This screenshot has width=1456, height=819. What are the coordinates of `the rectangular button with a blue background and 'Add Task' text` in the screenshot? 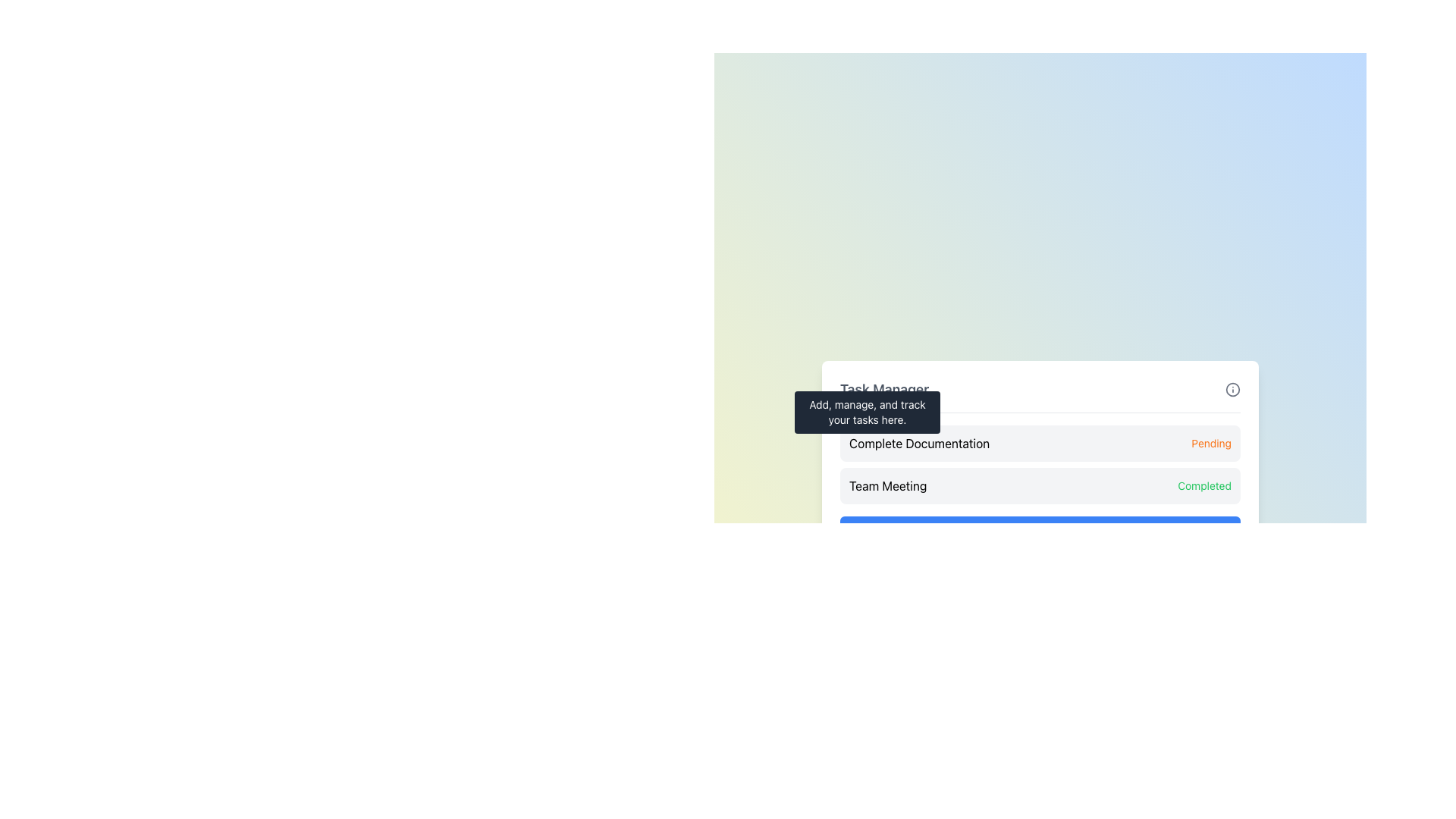 It's located at (1040, 529).